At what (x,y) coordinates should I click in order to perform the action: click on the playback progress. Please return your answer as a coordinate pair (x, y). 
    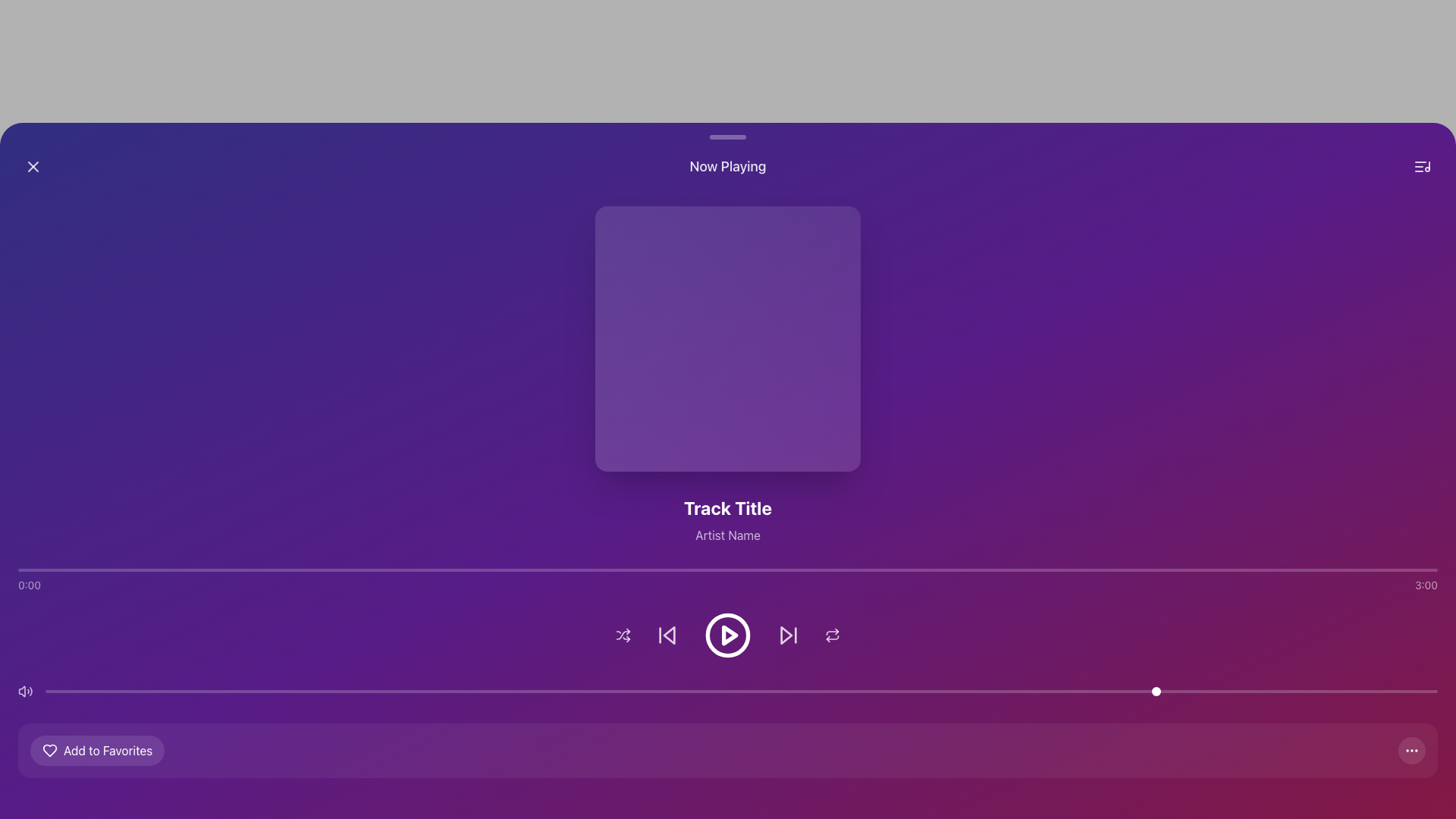
    Looking at the image, I should click on (273, 570).